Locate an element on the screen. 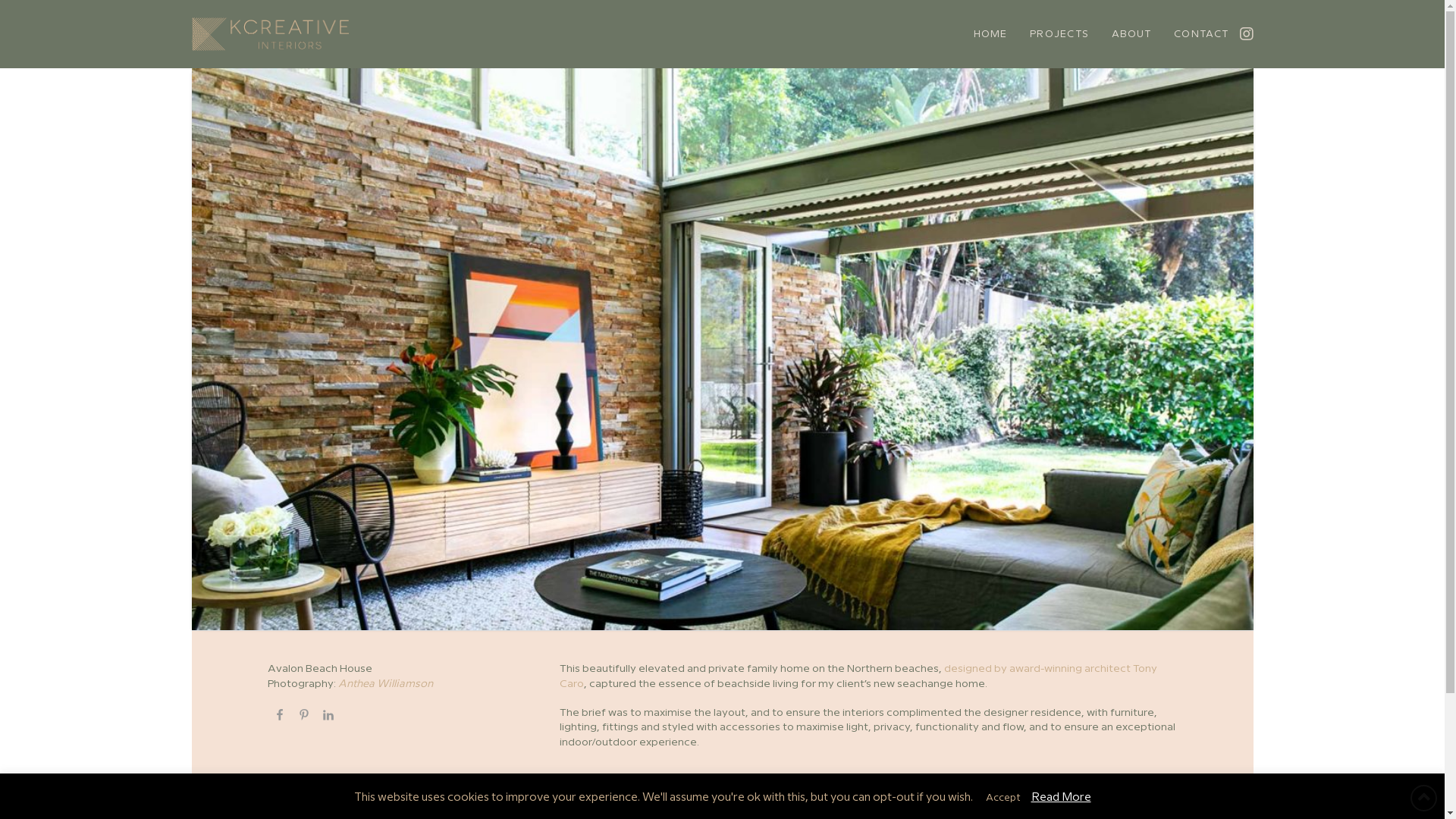 This screenshot has height=819, width=1456. 'Read More' is located at coordinates (1060, 797).